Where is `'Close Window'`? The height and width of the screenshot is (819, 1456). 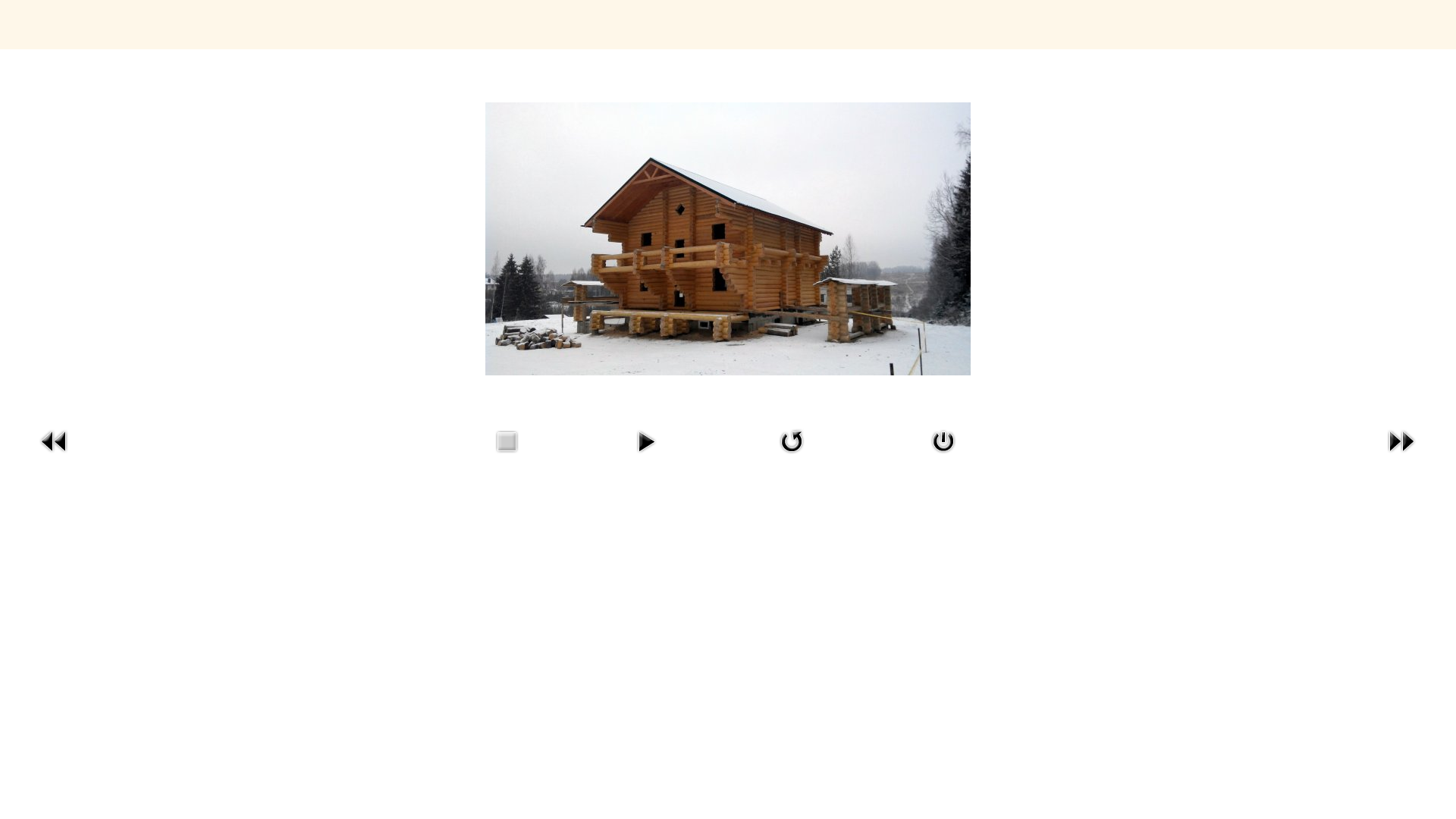
'Close Window' is located at coordinates (942, 455).